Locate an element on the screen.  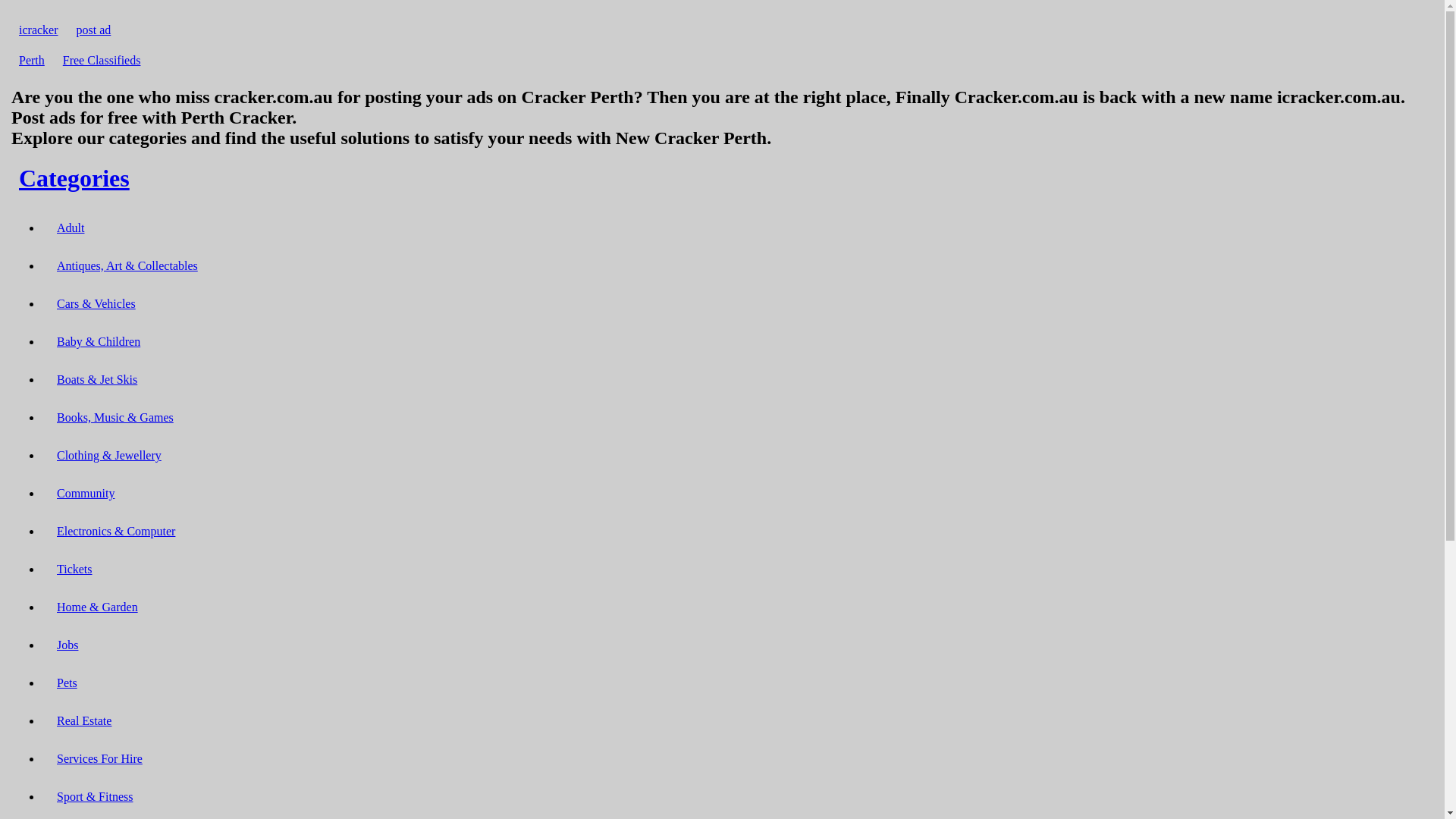
'Baby & Children' is located at coordinates (49, 341).